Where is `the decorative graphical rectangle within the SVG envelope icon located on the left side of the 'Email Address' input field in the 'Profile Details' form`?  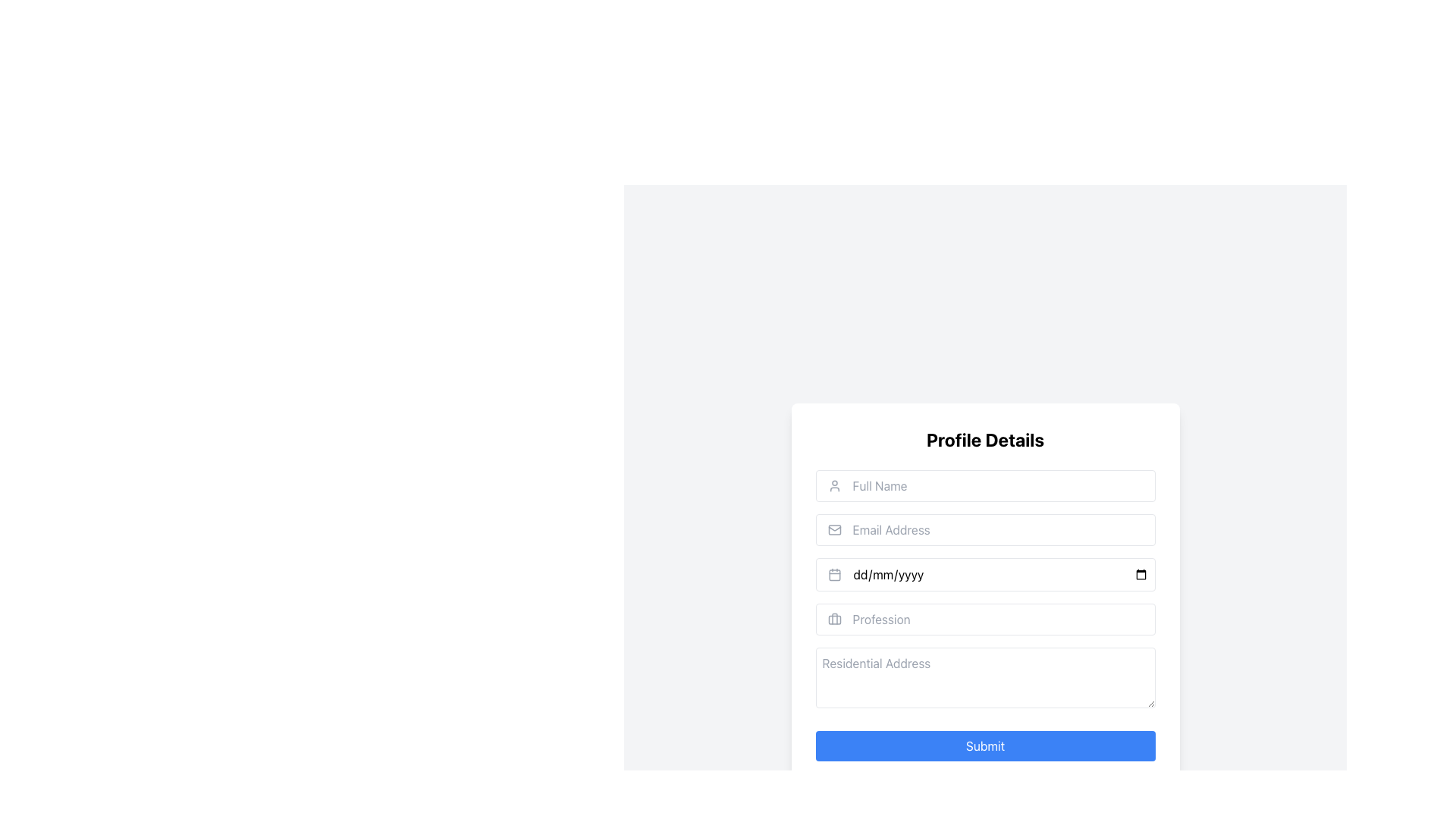 the decorative graphical rectangle within the SVG envelope icon located on the left side of the 'Email Address' input field in the 'Profile Details' form is located at coordinates (833, 529).